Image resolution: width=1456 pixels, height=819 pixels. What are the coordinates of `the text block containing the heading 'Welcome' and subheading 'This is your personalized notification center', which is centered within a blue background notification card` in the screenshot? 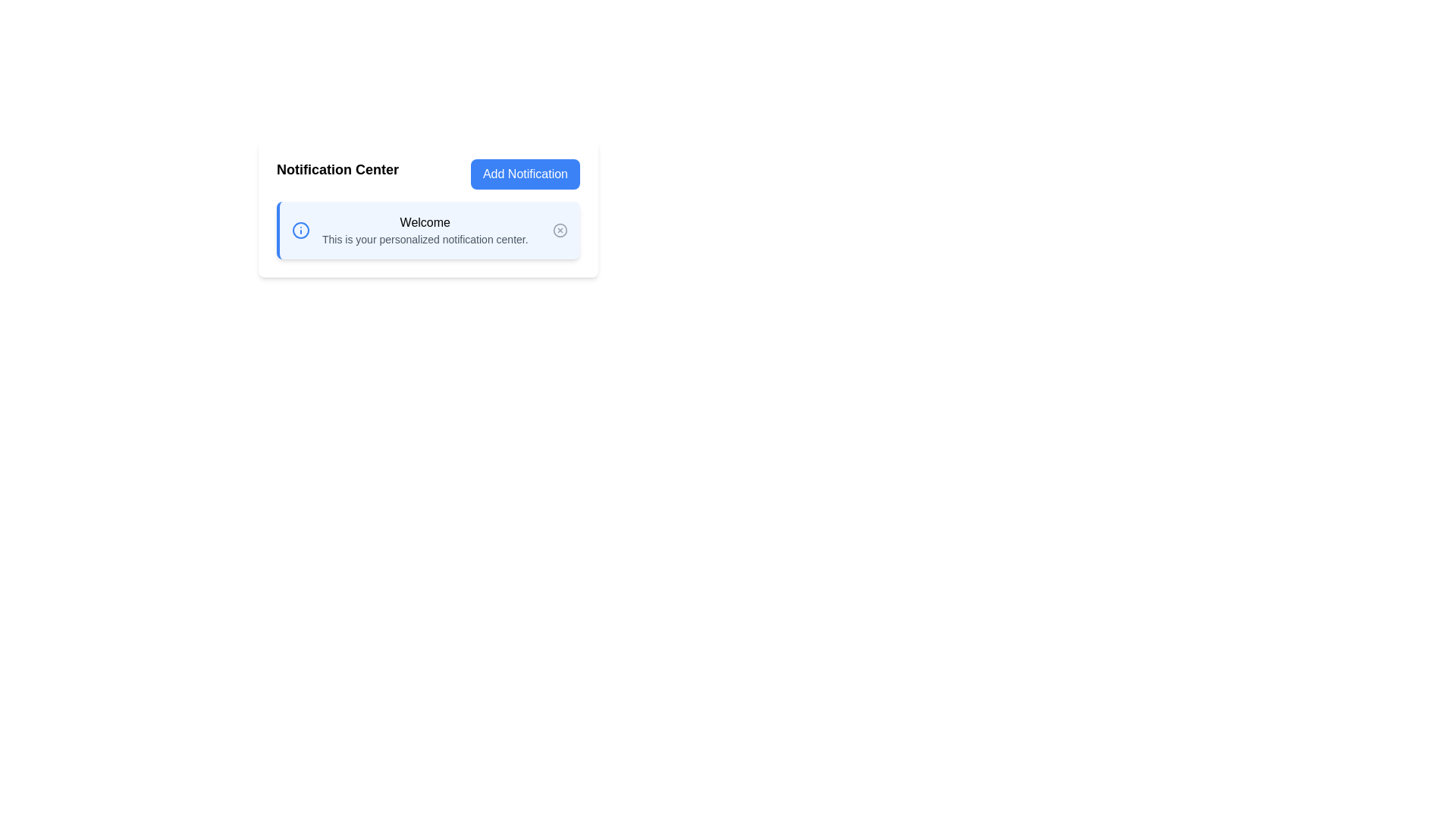 It's located at (425, 231).